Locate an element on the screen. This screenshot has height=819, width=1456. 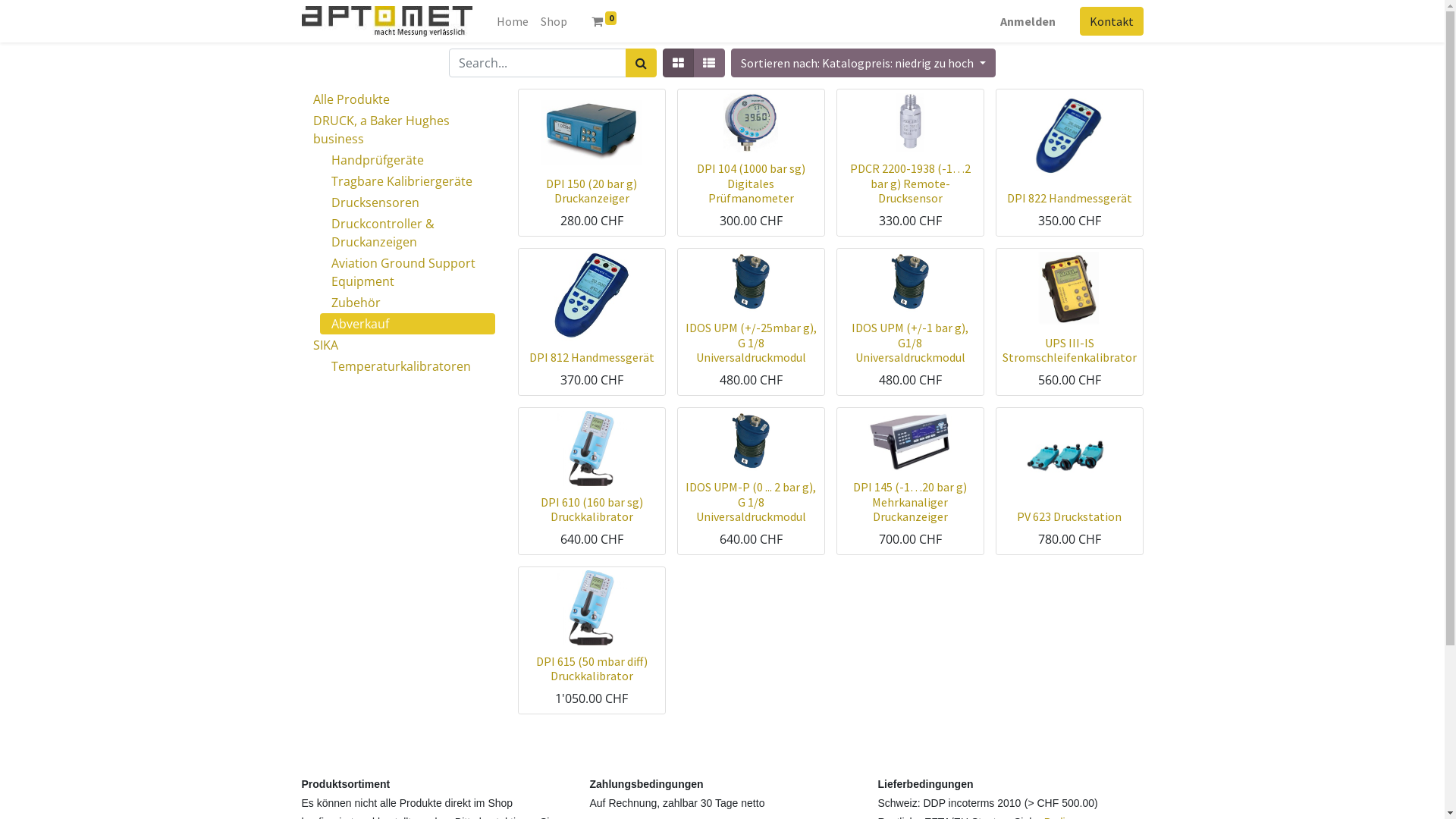
'Shop' is located at coordinates (553, 20).